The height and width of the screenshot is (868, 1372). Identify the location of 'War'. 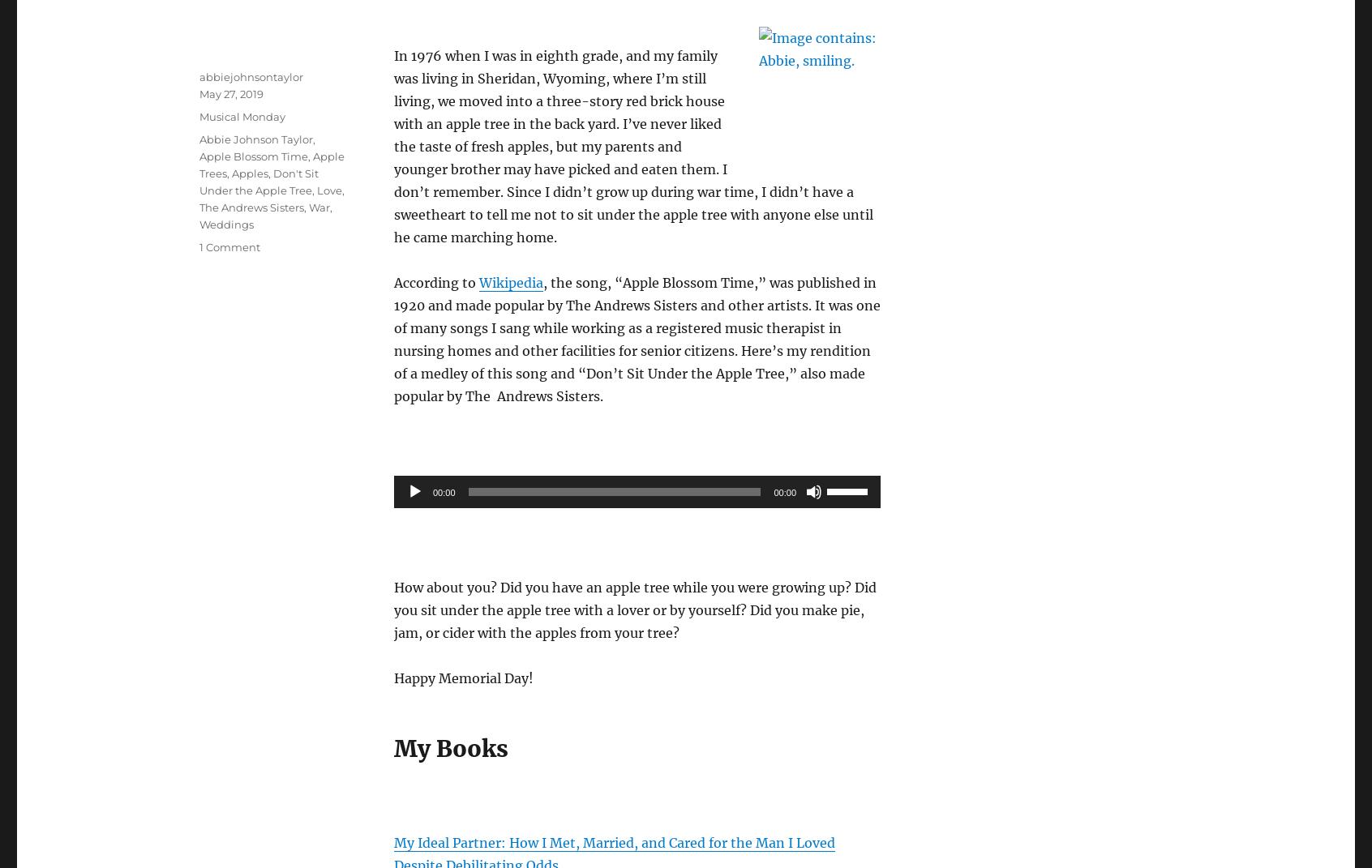
(309, 207).